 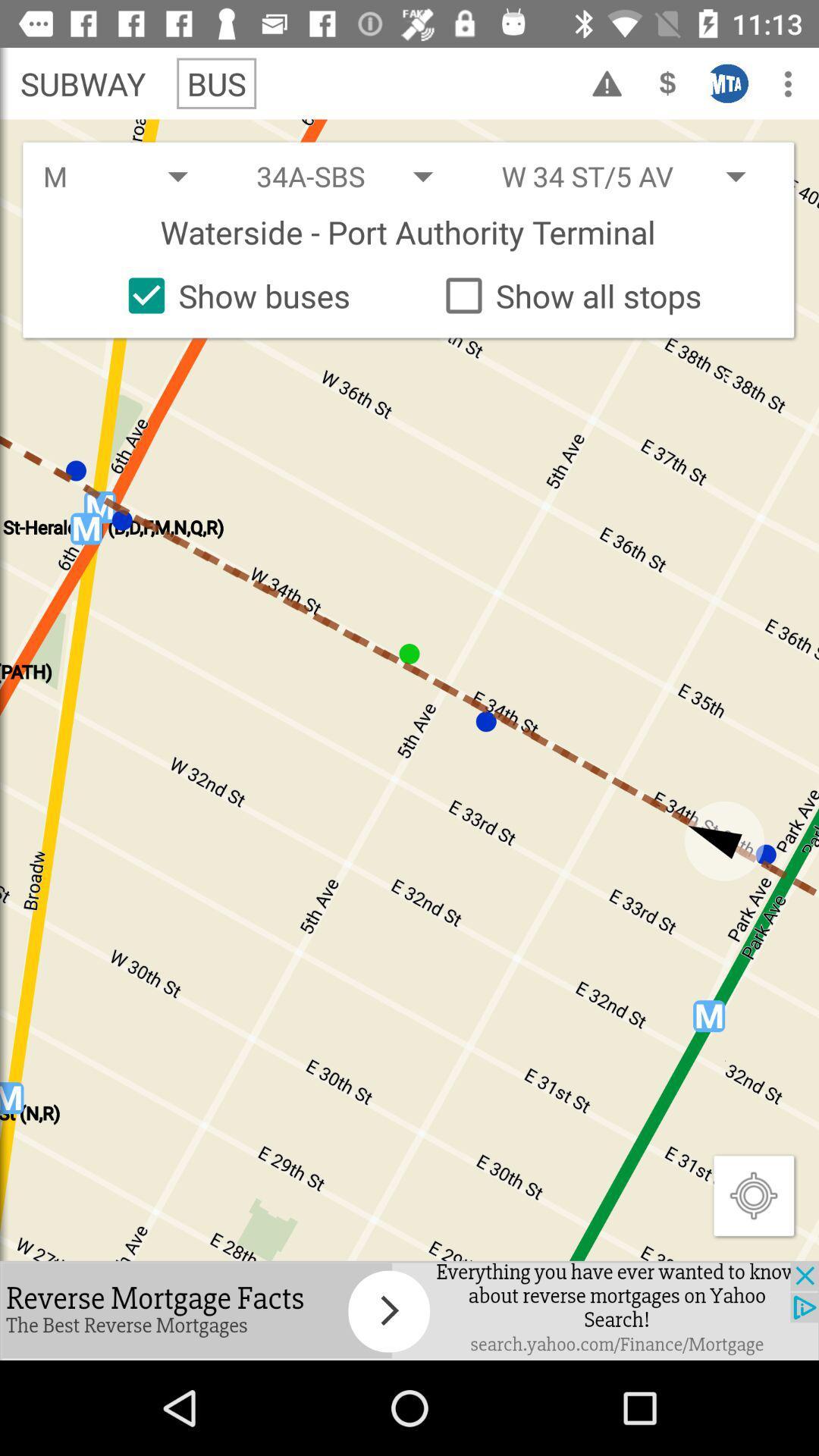 I want to click on the drop down box which has the text m, so click(x=128, y=176).